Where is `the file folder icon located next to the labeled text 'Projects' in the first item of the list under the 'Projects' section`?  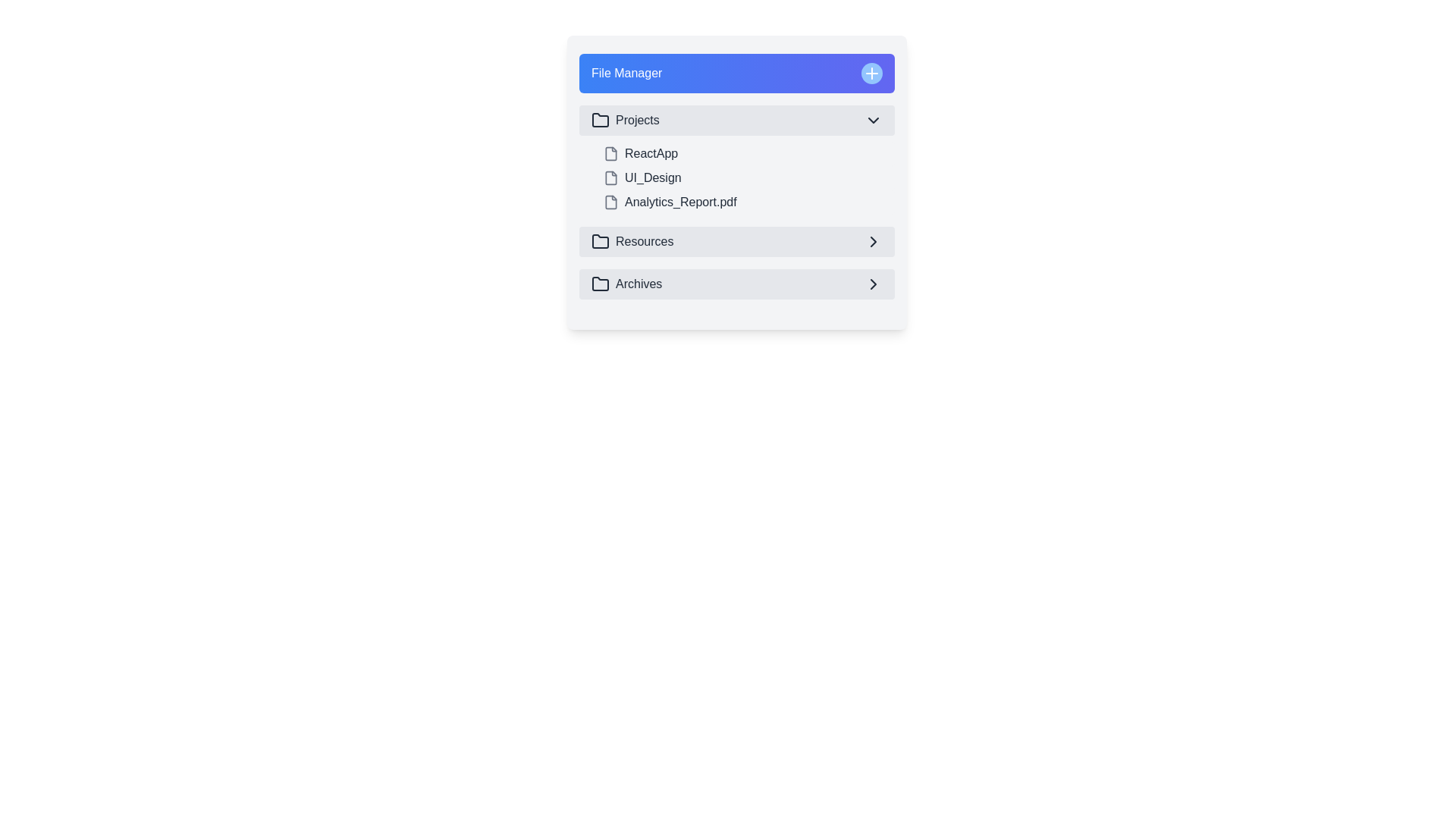
the file folder icon located next to the labeled text 'Projects' in the first item of the list under the 'Projects' section is located at coordinates (600, 119).